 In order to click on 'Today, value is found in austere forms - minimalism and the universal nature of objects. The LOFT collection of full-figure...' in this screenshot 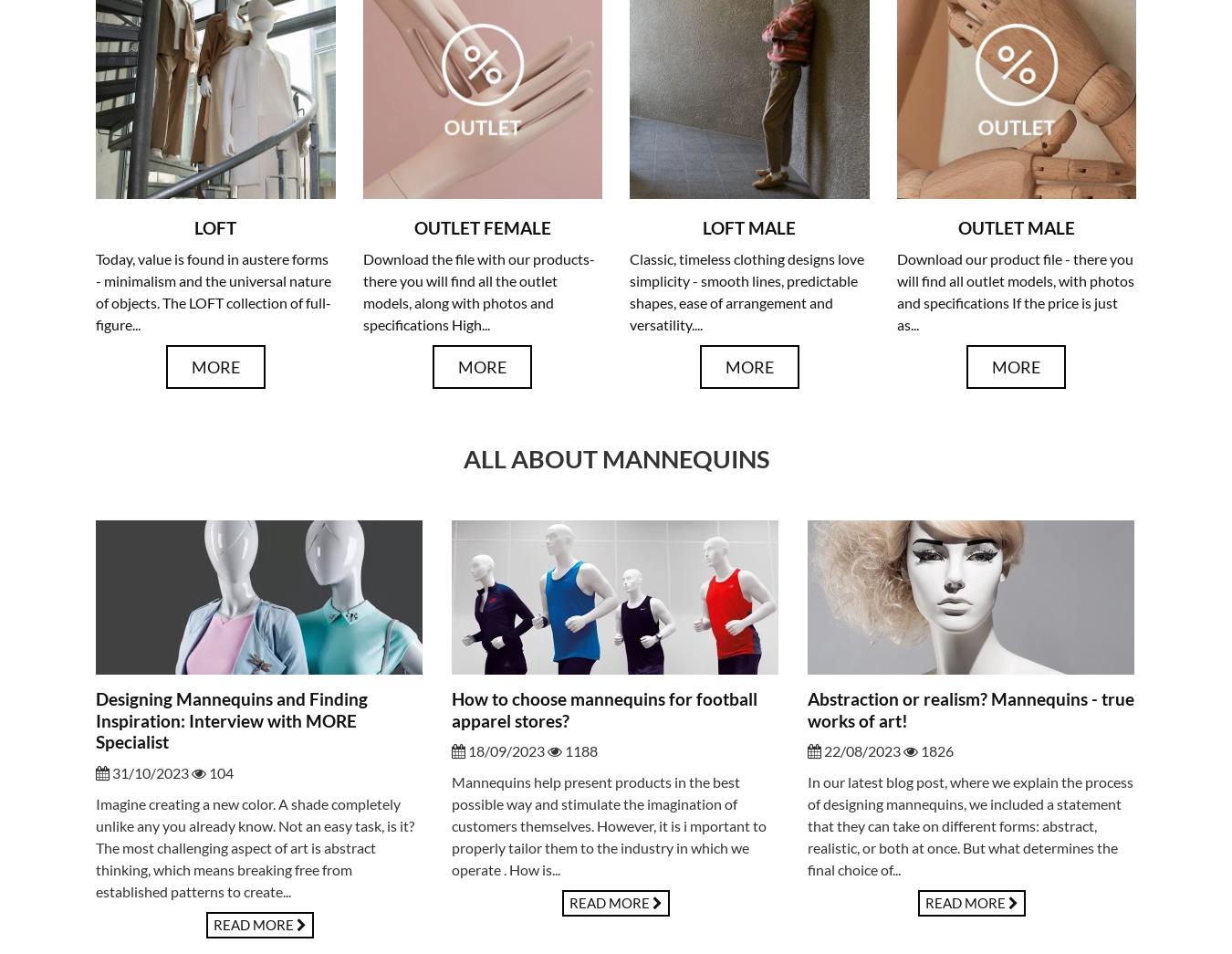, I will do `click(212, 291)`.